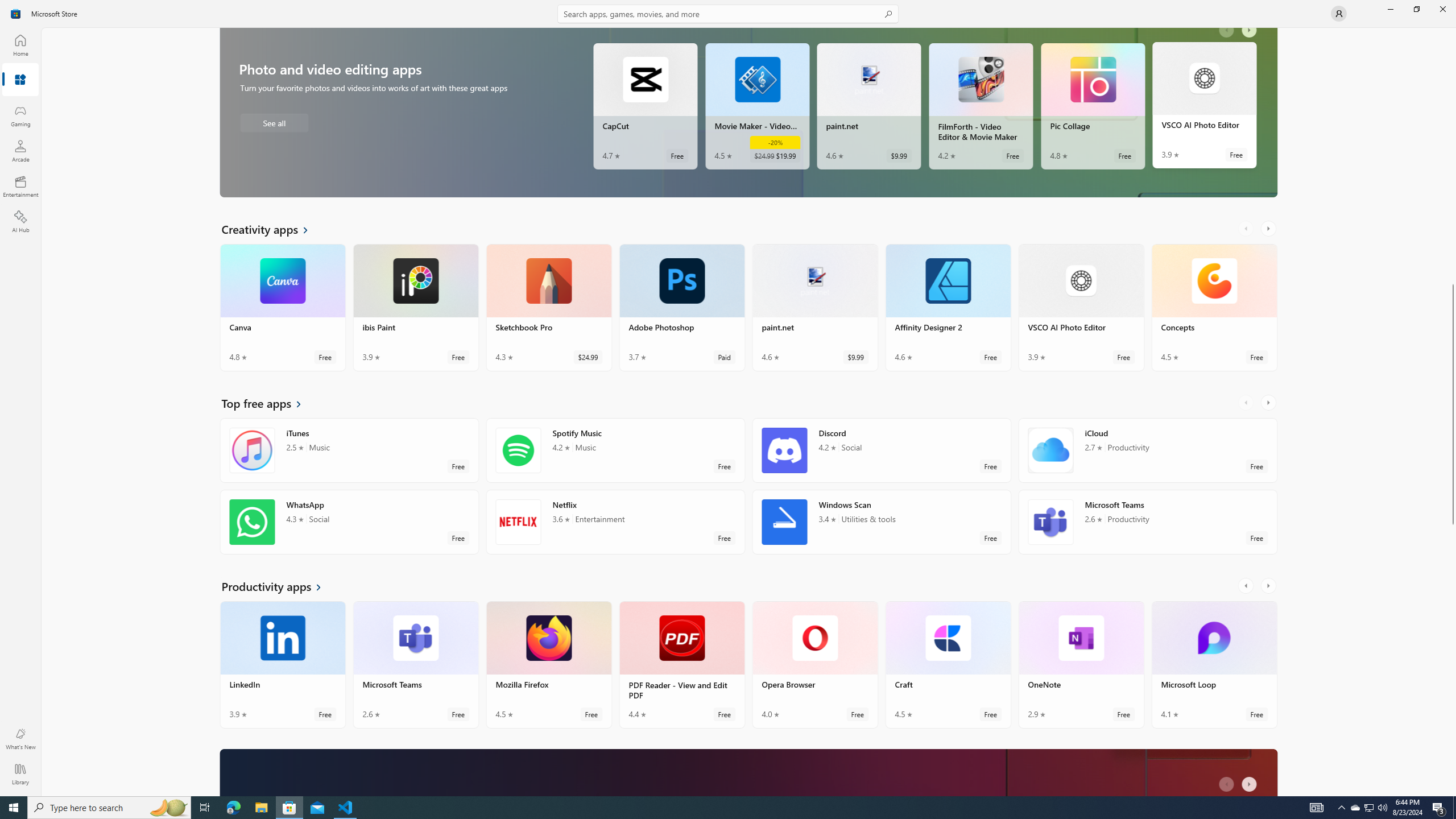 This screenshot has height=819, width=1456. Describe the element at coordinates (881, 454) in the screenshot. I see `'Discord. Average rating of 4.2 out of five stars. Free  '` at that location.